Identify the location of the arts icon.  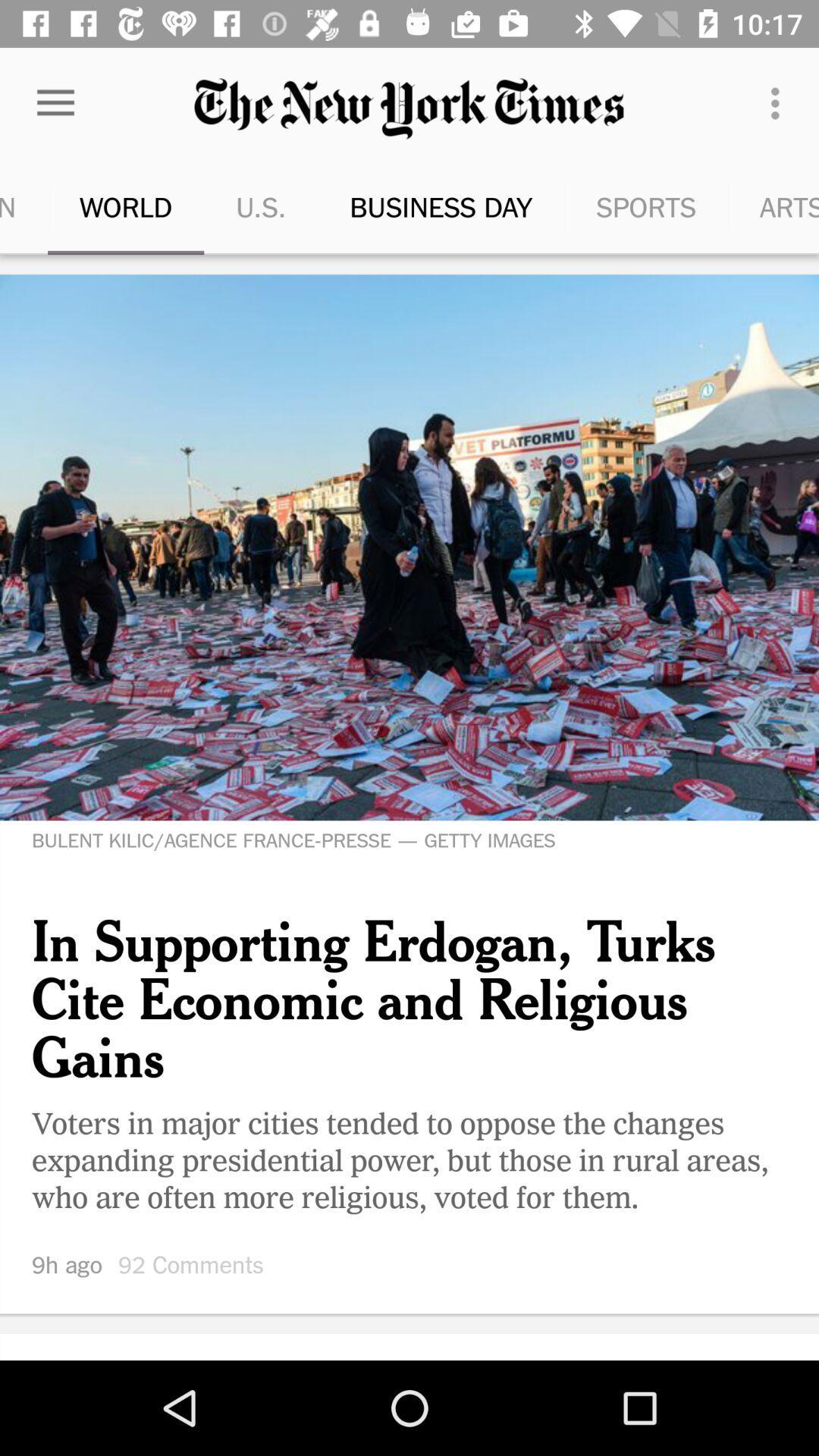
(753, 206).